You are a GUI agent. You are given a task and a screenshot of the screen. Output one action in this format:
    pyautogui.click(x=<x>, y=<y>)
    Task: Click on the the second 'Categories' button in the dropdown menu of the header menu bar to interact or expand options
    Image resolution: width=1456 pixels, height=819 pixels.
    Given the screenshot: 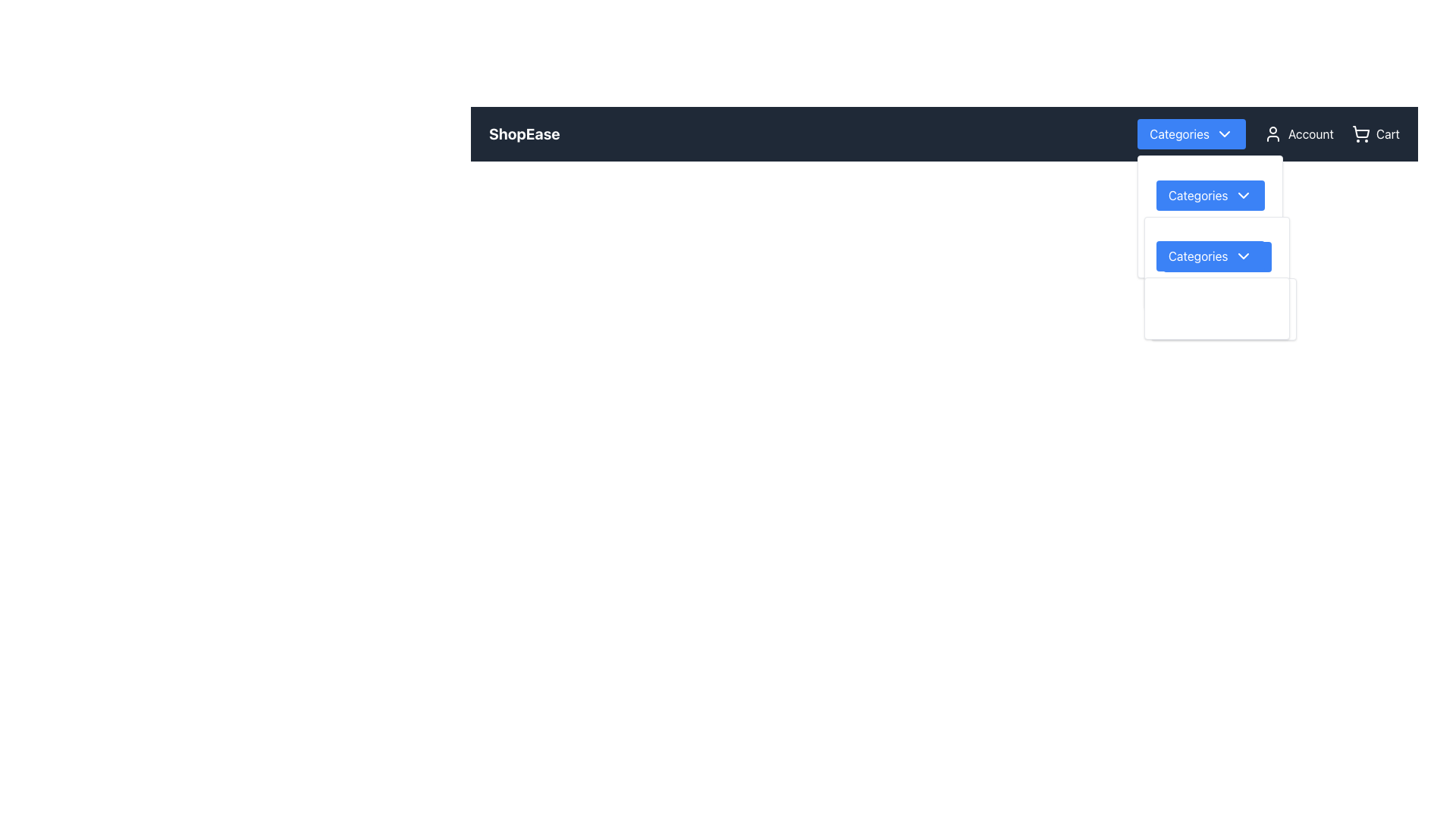 What is the action you would take?
    pyautogui.click(x=1210, y=195)
    